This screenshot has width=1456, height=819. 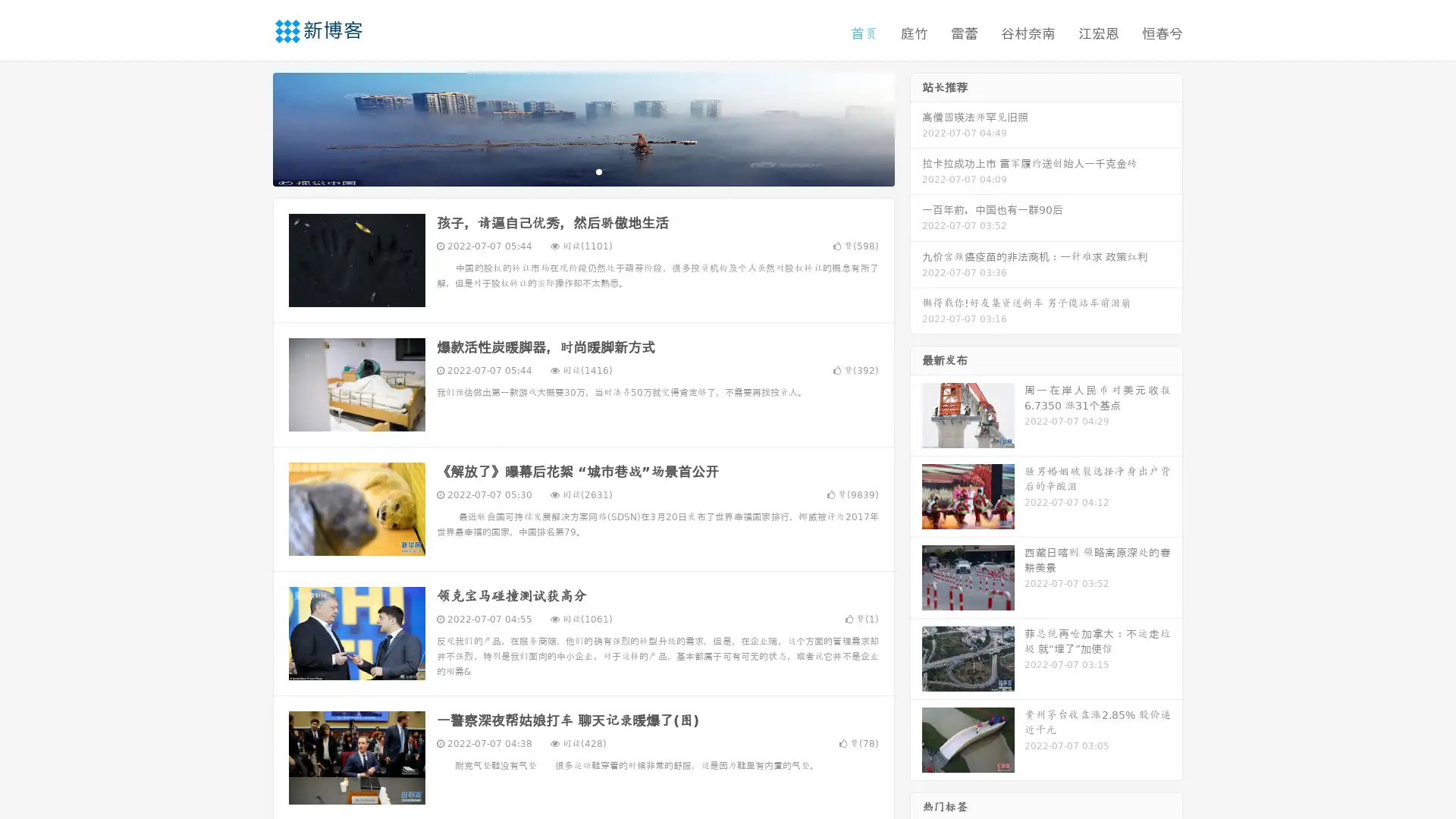 What do you see at coordinates (250, 127) in the screenshot?
I see `Previous slide` at bounding box center [250, 127].